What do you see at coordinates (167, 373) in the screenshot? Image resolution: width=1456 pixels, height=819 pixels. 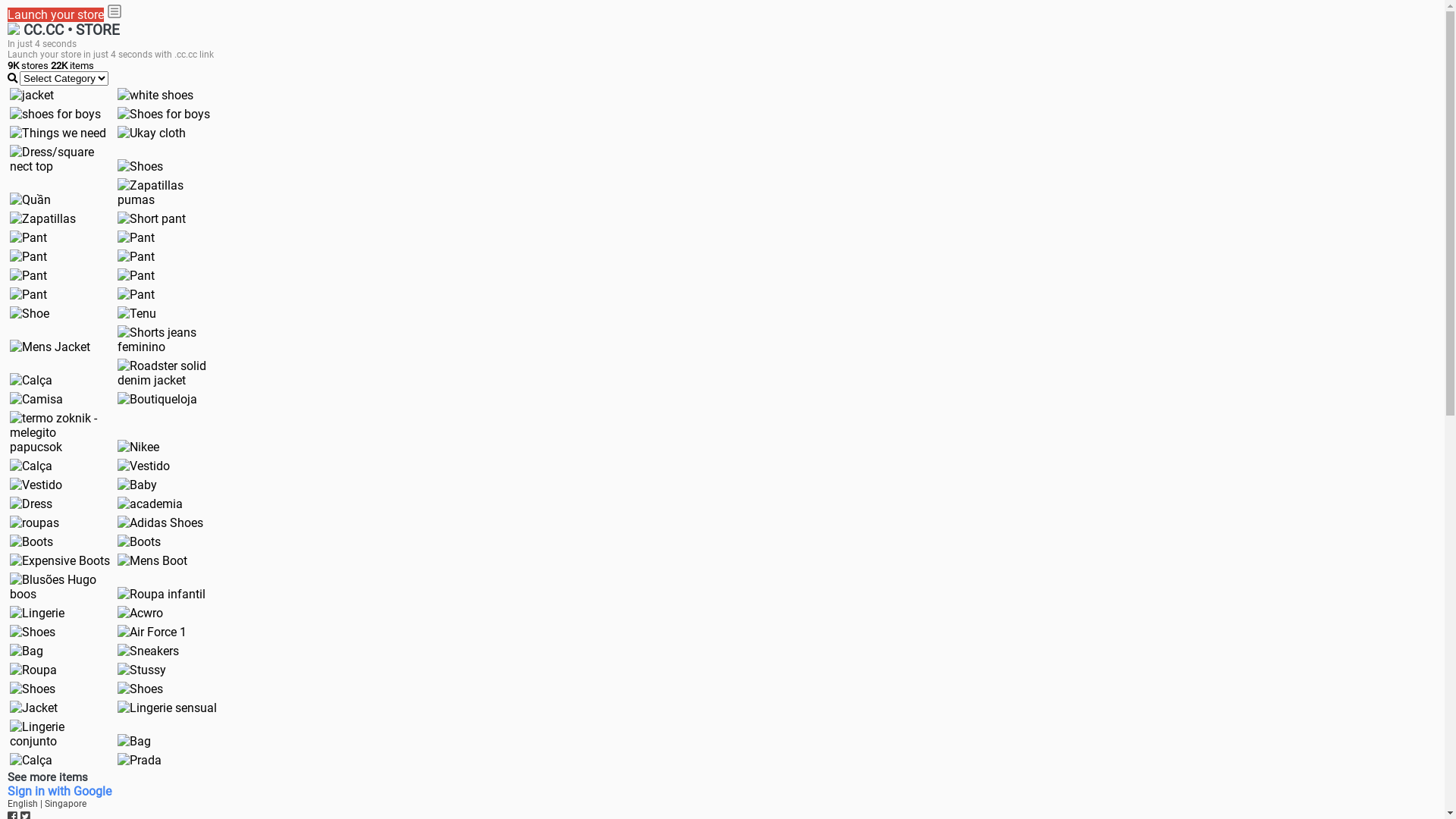 I see `'Roadster solid denim jacket'` at bounding box center [167, 373].